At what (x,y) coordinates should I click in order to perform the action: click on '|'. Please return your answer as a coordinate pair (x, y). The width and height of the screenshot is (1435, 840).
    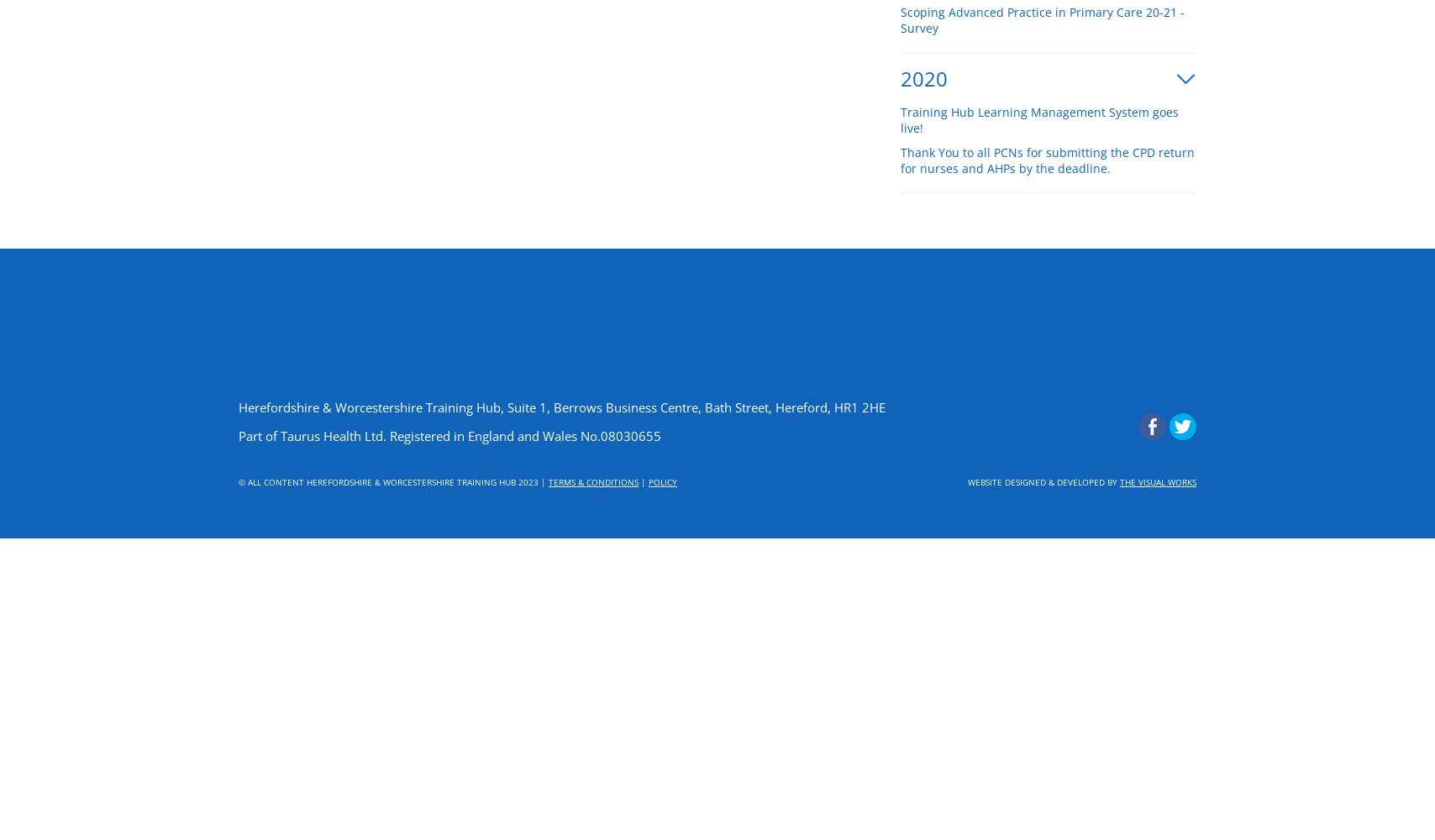
    Looking at the image, I should click on (644, 481).